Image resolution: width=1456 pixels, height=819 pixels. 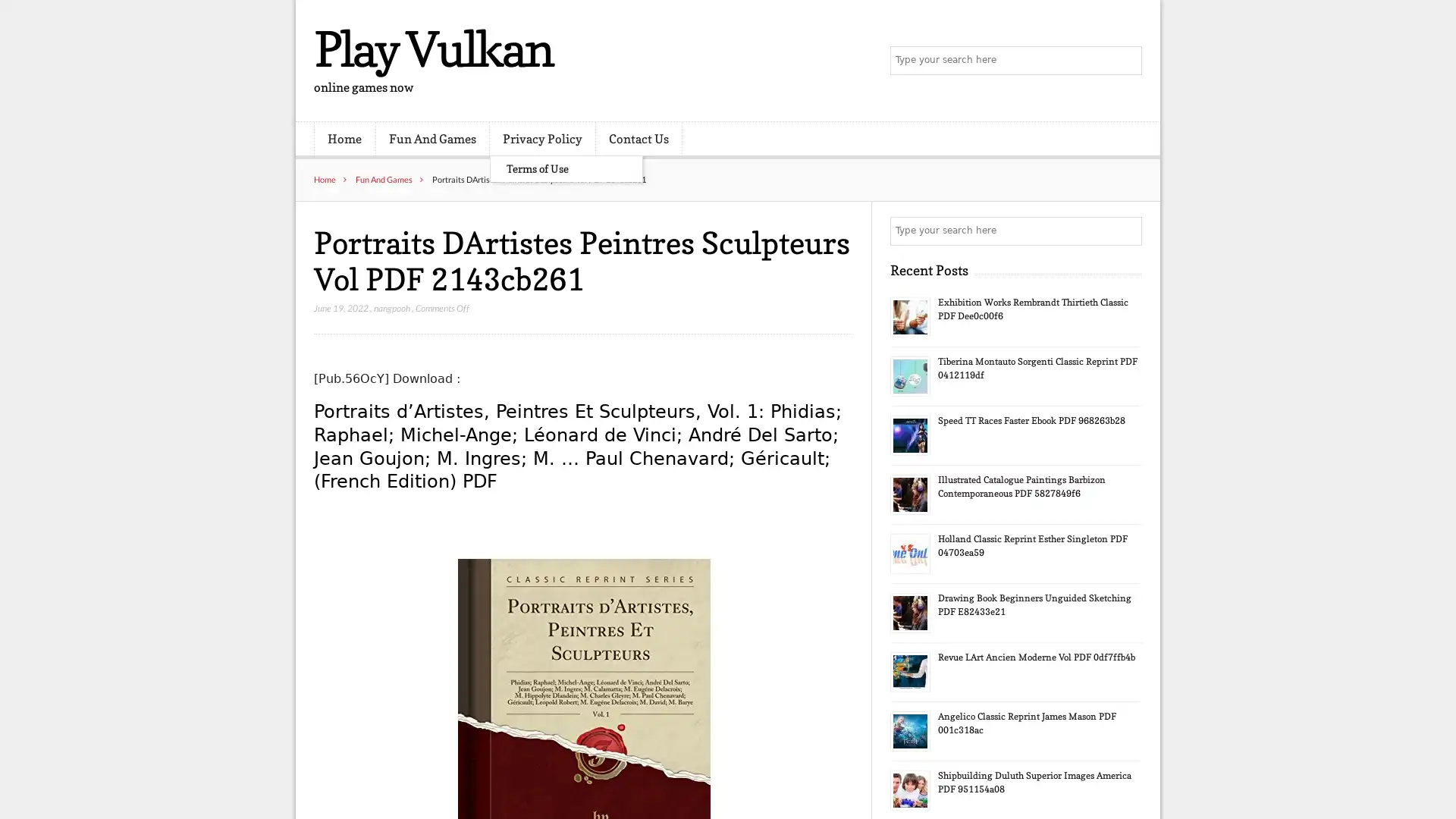 I want to click on Search, so click(x=1126, y=61).